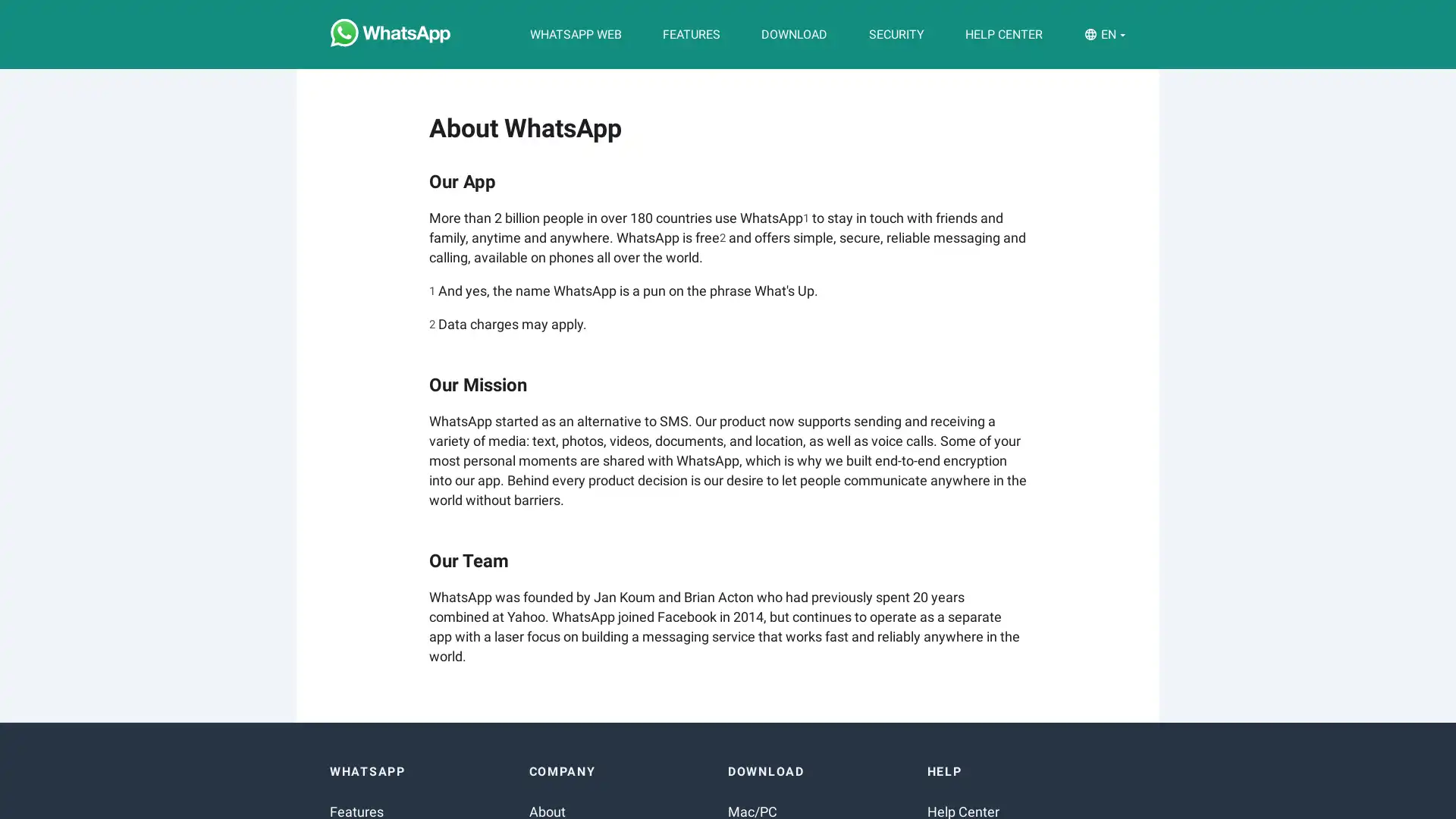 The width and height of the screenshot is (1456, 819). What do you see at coordinates (1105, 34) in the screenshot?
I see `EN` at bounding box center [1105, 34].